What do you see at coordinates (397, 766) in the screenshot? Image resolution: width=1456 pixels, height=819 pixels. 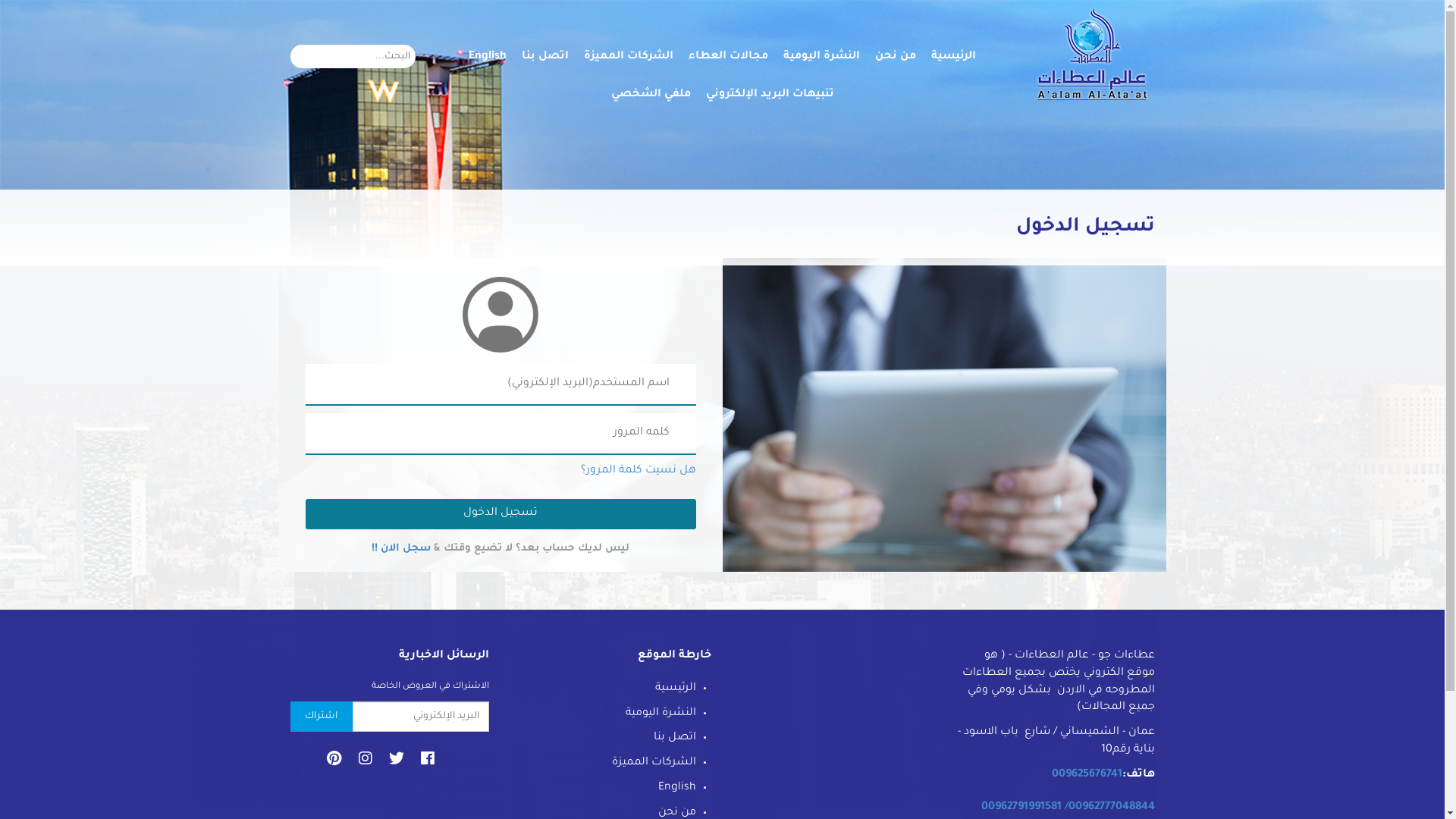 I see `'Twitter'` at bounding box center [397, 766].